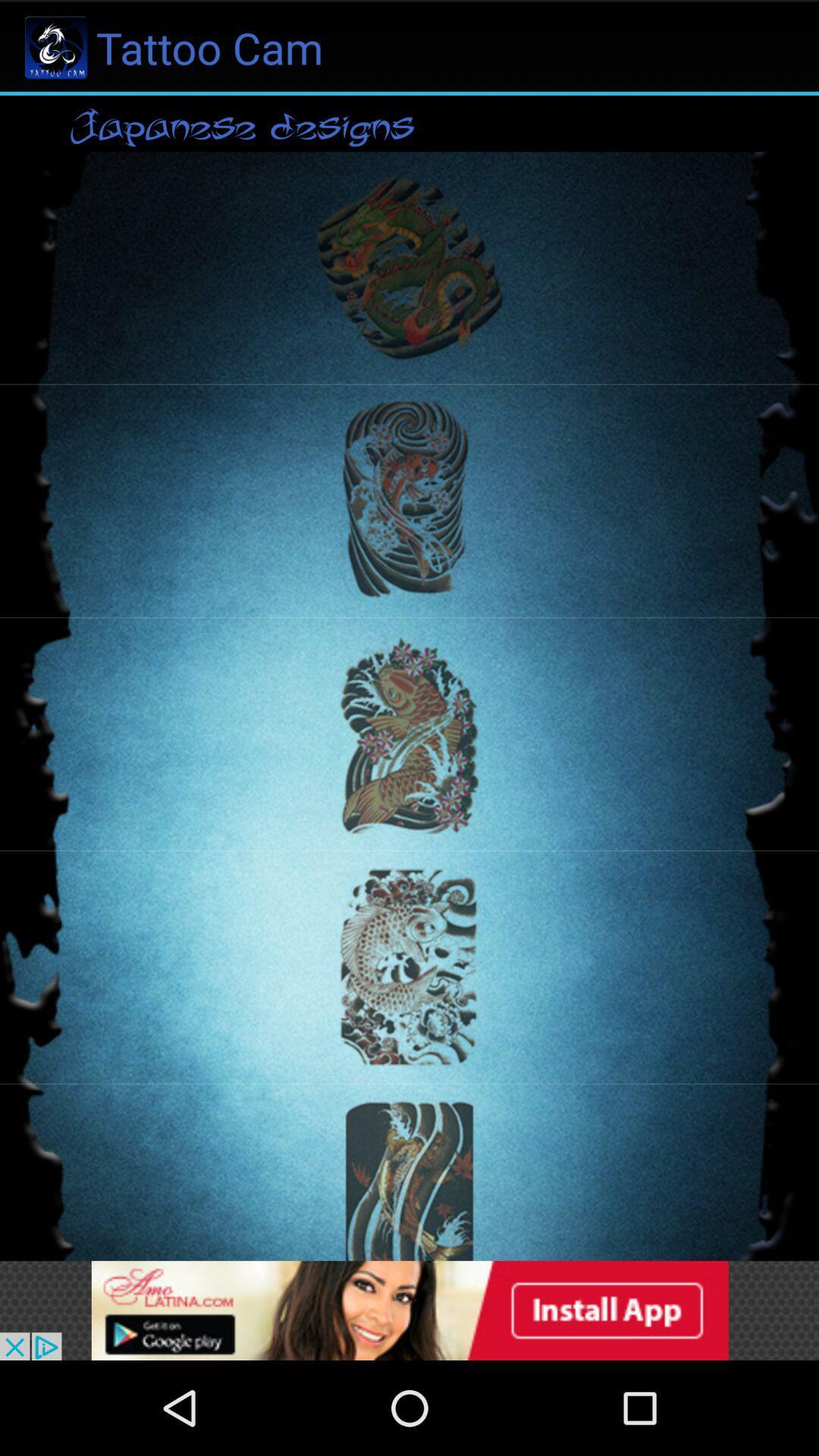 The height and width of the screenshot is (1456, 819). Describe the element at coordinates (409, 1310) in the screenshot. I see `advertise banner` at that location.